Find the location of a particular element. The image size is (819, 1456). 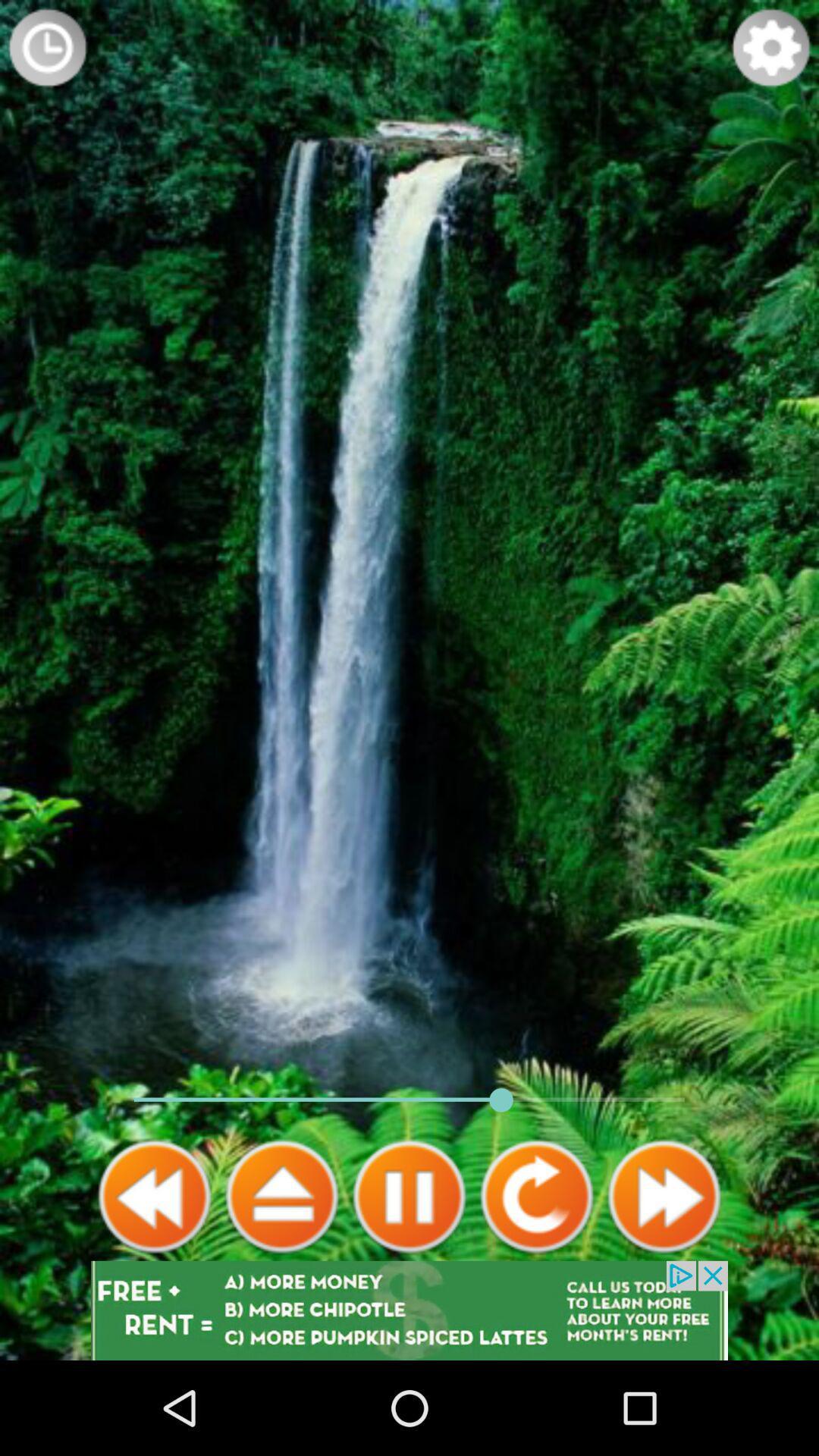

go back is located at coordinates (536, 1196).